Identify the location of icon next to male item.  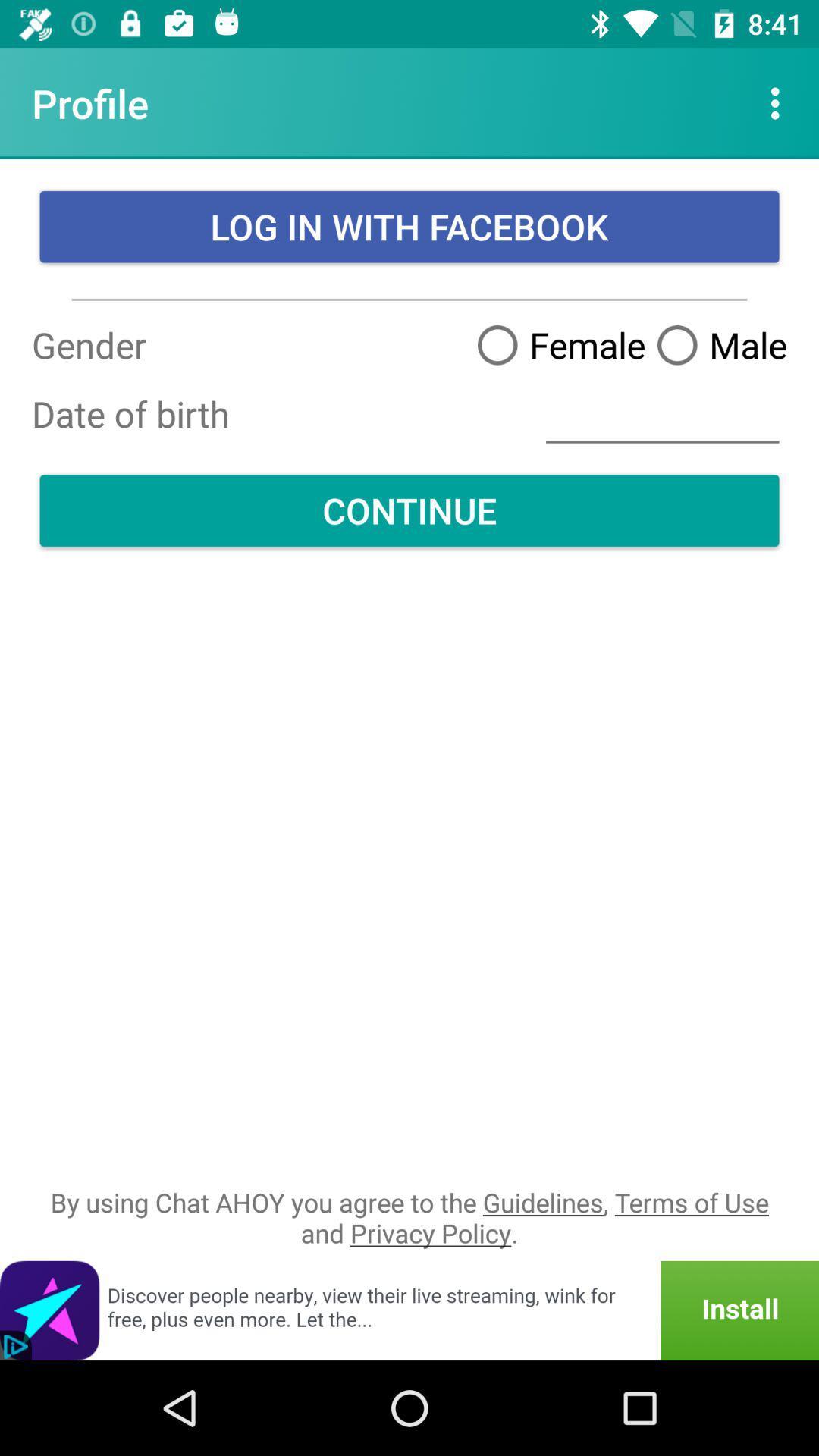
(555, 344).